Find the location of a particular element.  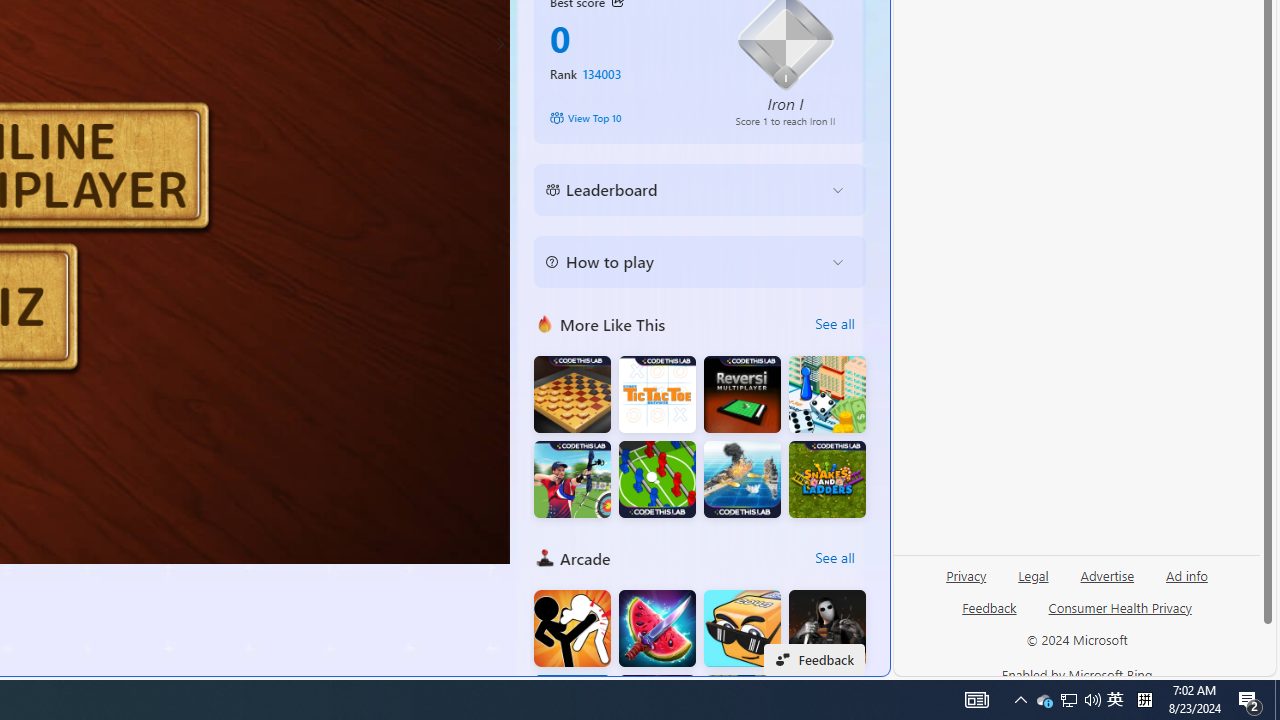

'Master Checkers Multiplayer' is located at coordinates (571, 394).